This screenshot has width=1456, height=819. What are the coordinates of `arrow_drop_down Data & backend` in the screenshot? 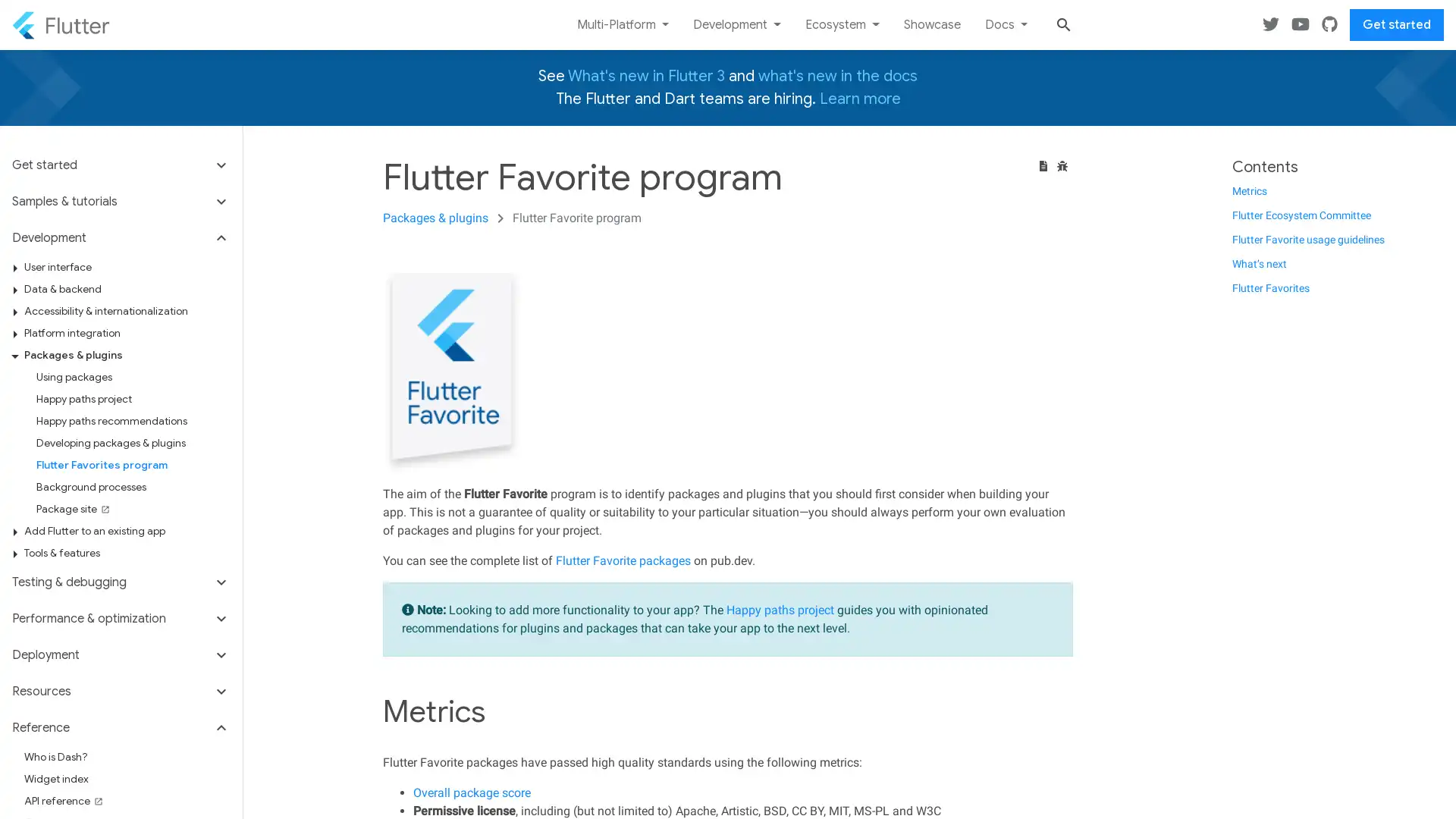 It's located at (127, 289).